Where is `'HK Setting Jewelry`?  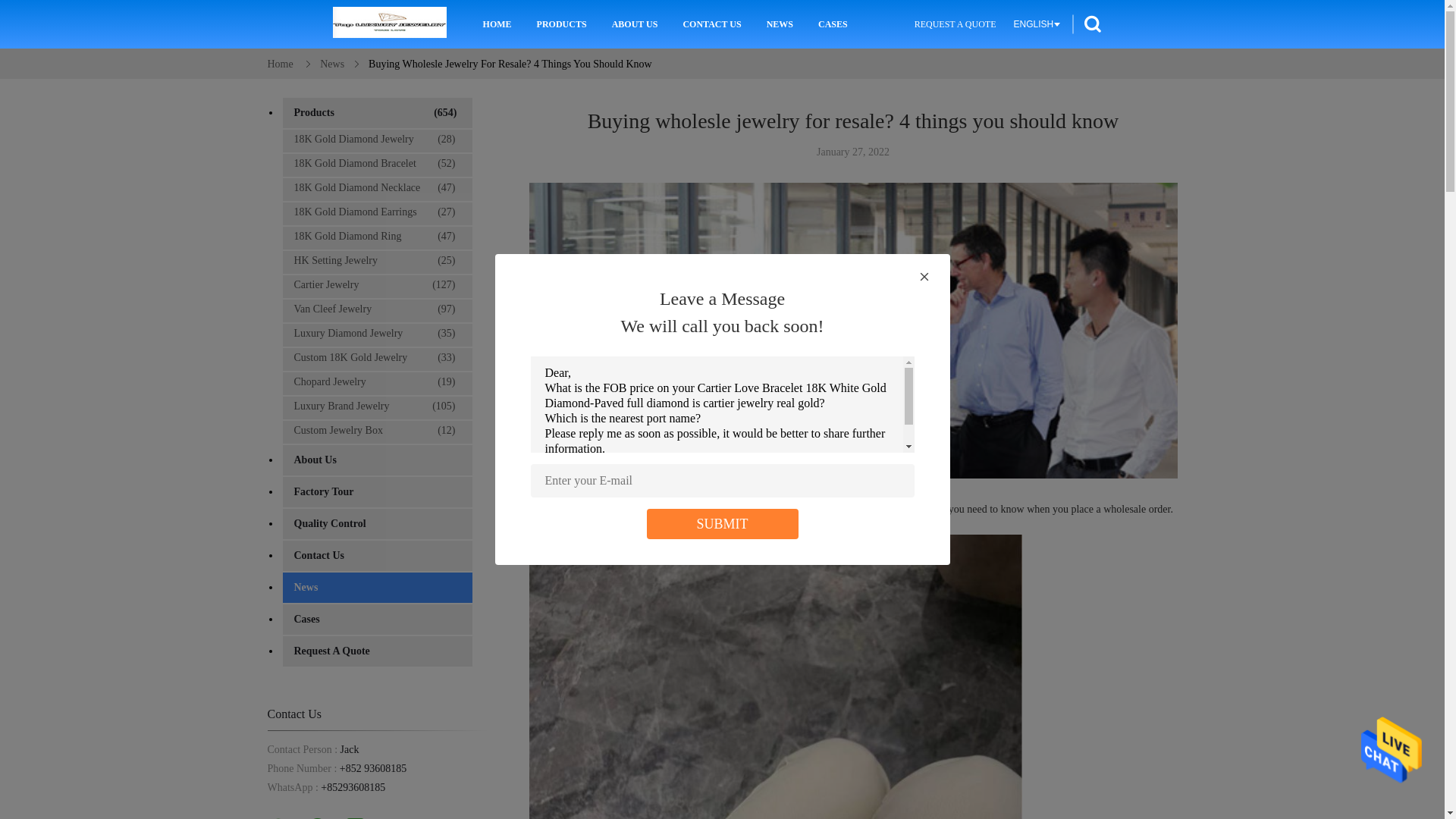
'HK Setting Jewelry is located at coordinates (282, 259).